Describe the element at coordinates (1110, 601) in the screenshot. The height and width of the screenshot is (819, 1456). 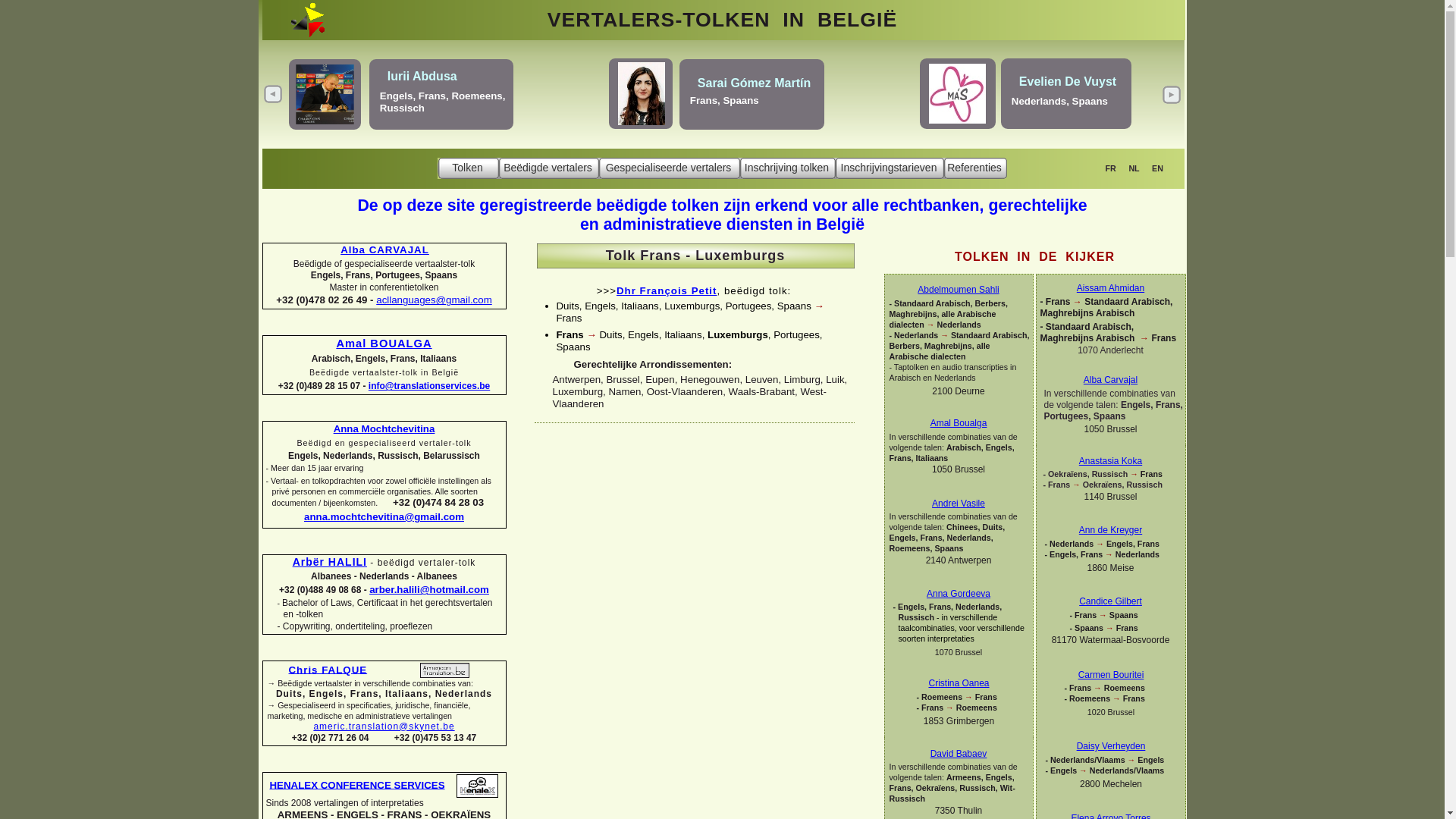
I see `'Candice Gilbert'` at that location.